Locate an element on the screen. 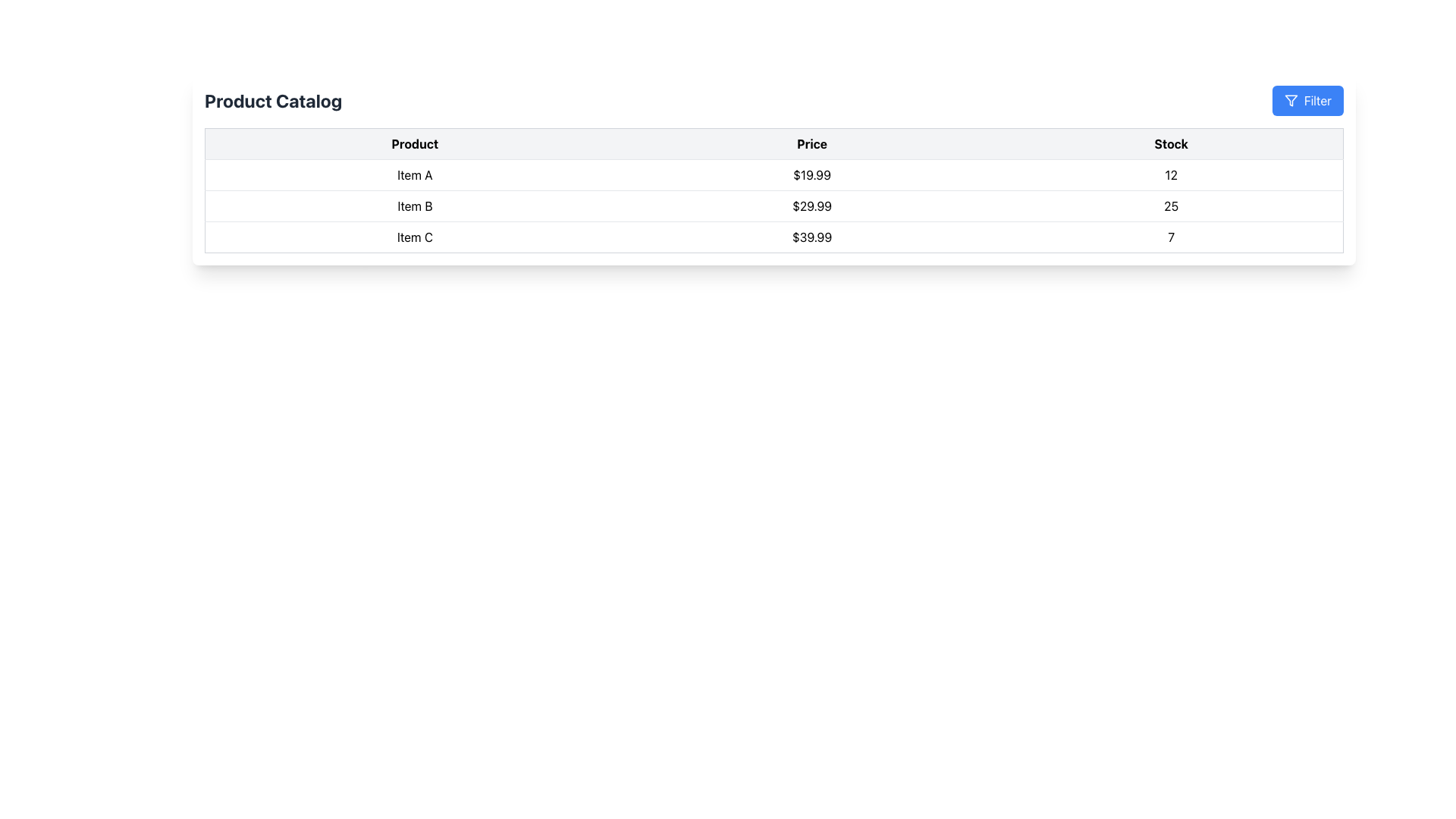 The width and height of the screenshot is (1456, 819). the 'Filter' button, which is a rectangular button with a rounded blue background and white text, located on the far right of the menu bar next to 'Product Catalog' is located at coordinates (1307, 100).